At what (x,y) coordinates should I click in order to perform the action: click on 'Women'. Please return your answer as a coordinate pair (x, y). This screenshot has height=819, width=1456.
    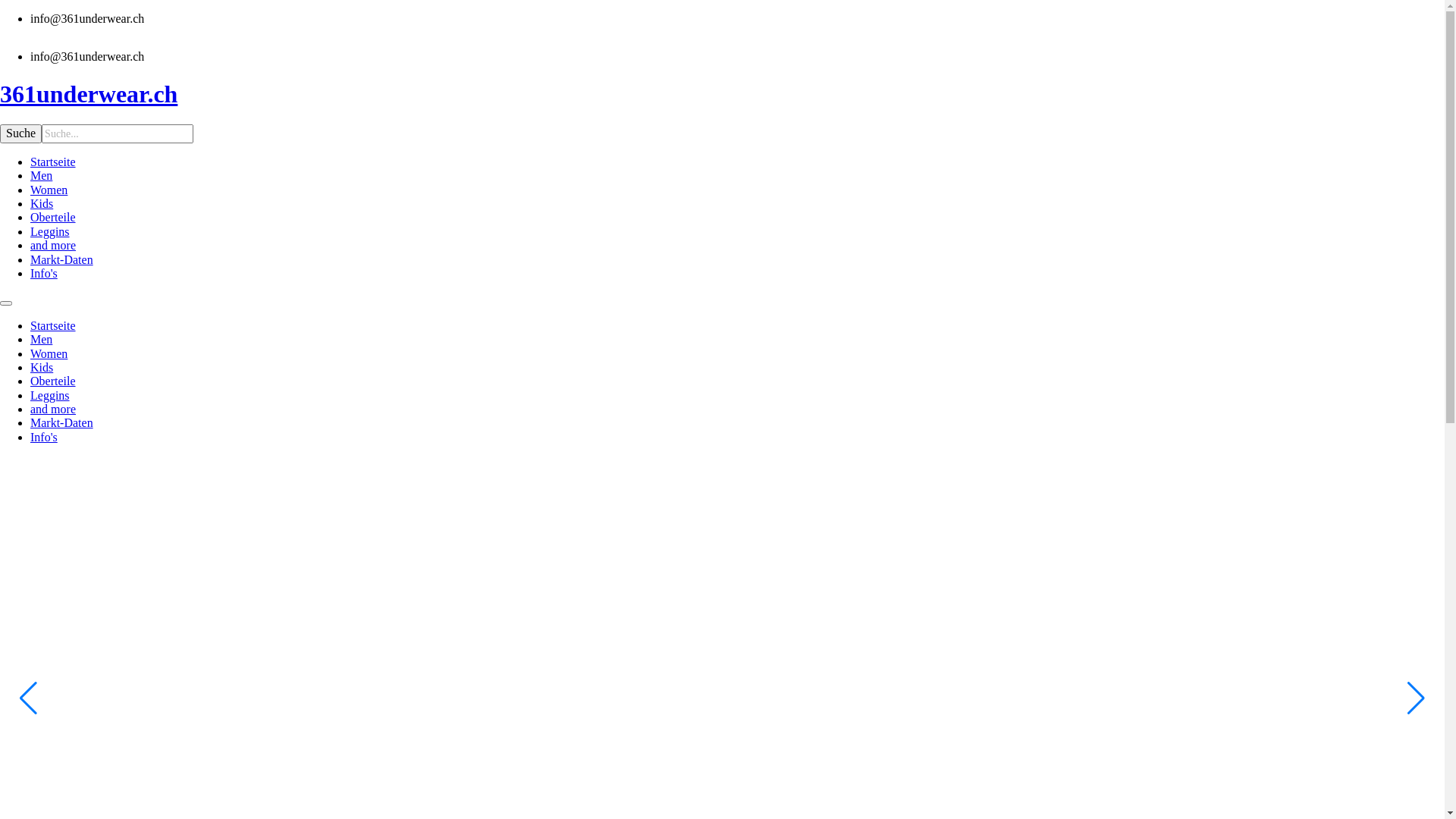
    Looking at the image, I should click on (49, 189).